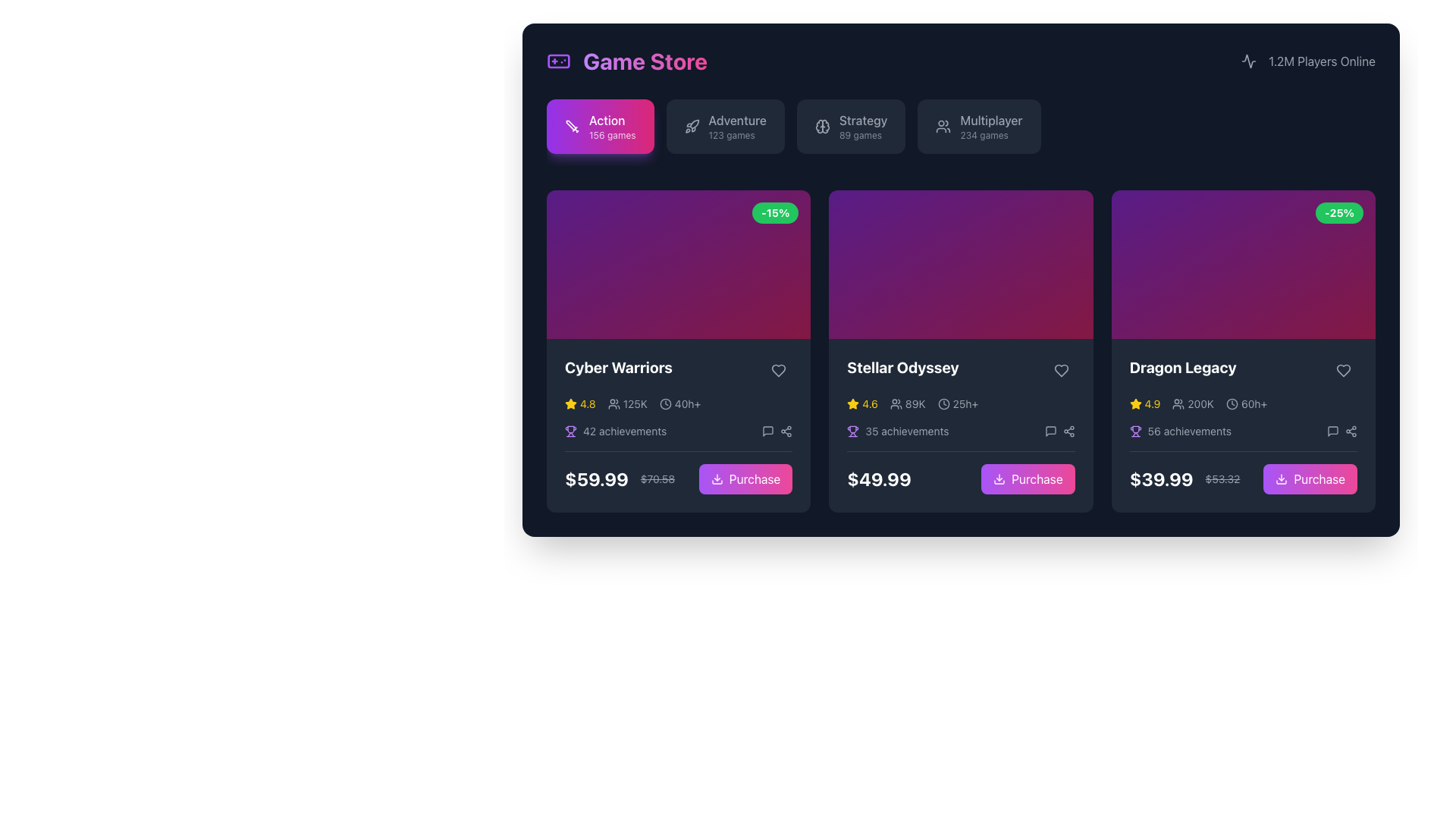  Describe the element at coordinates (616, 431) in the screenshot. I see `displayed information from the Label with a trophy icon indicating '42 achievements', which is located below the game's name 'Cyber Warriors' in the first game item card` at that location.